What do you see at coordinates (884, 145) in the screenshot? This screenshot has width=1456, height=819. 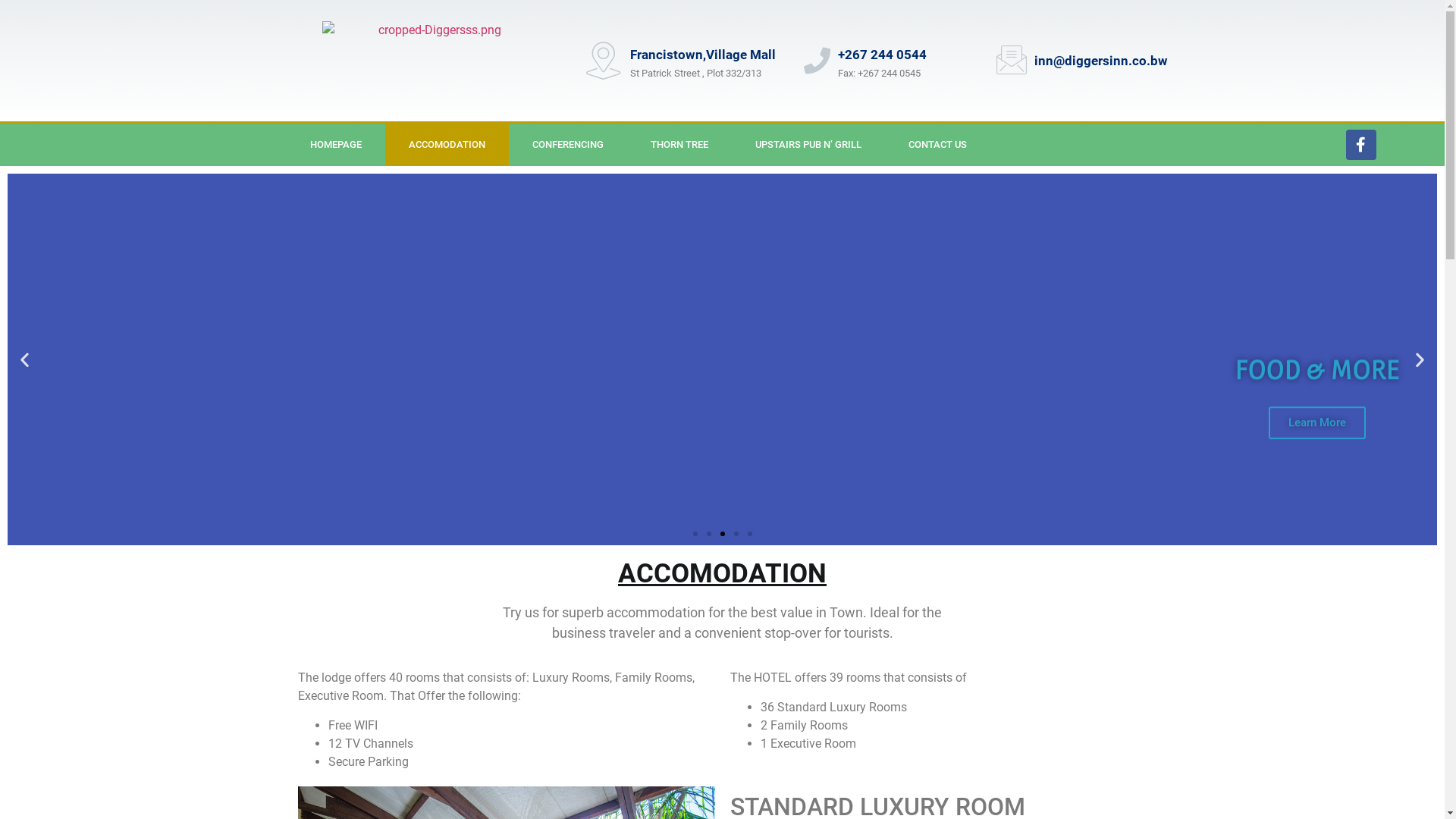 I see `'CONTACT US'` at bounding box center [884, 145].